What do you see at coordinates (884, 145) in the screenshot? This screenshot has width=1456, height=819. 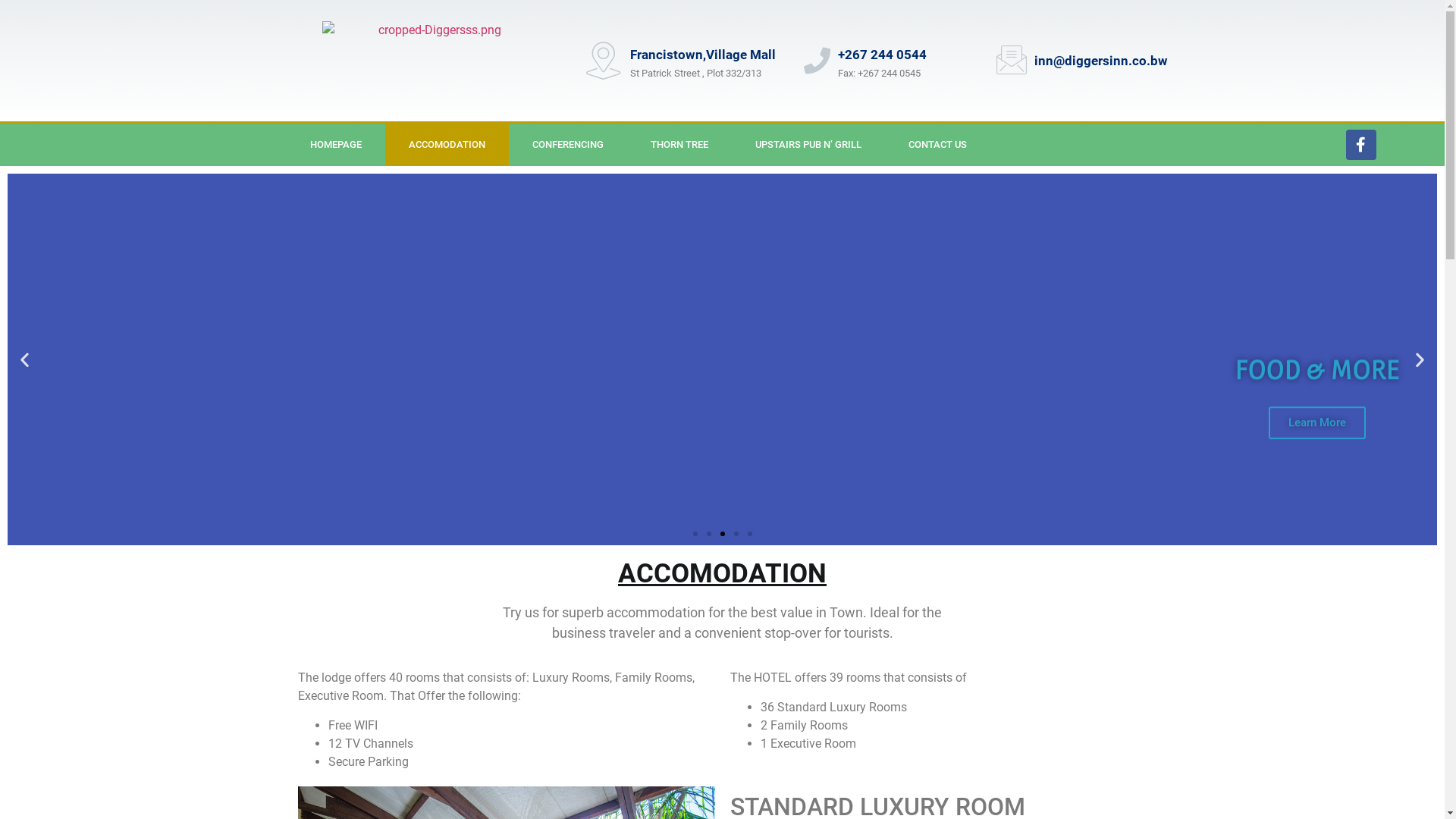 I see `'CONTACT US'` at bounding box center [884, 145].